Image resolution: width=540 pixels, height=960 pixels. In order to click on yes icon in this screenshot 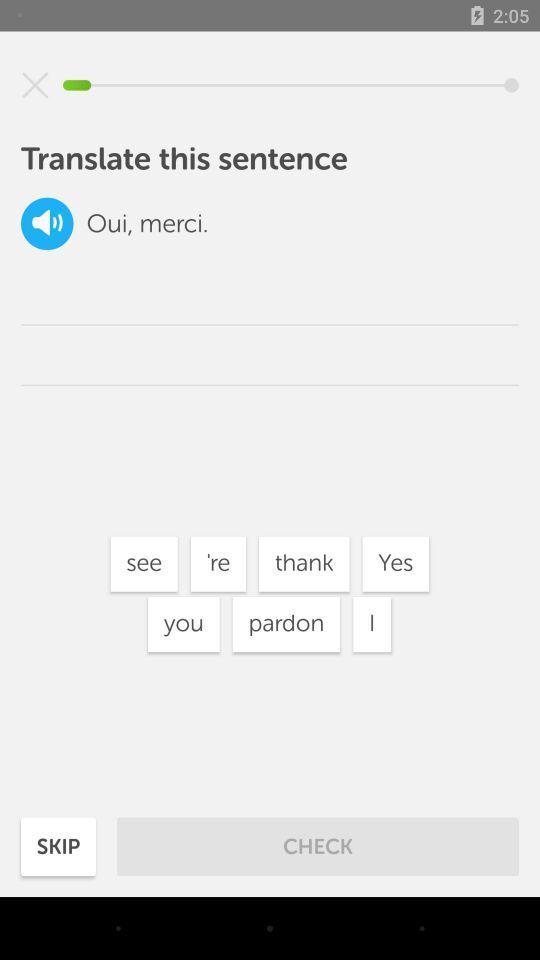, I will do `click(395, 564)`.